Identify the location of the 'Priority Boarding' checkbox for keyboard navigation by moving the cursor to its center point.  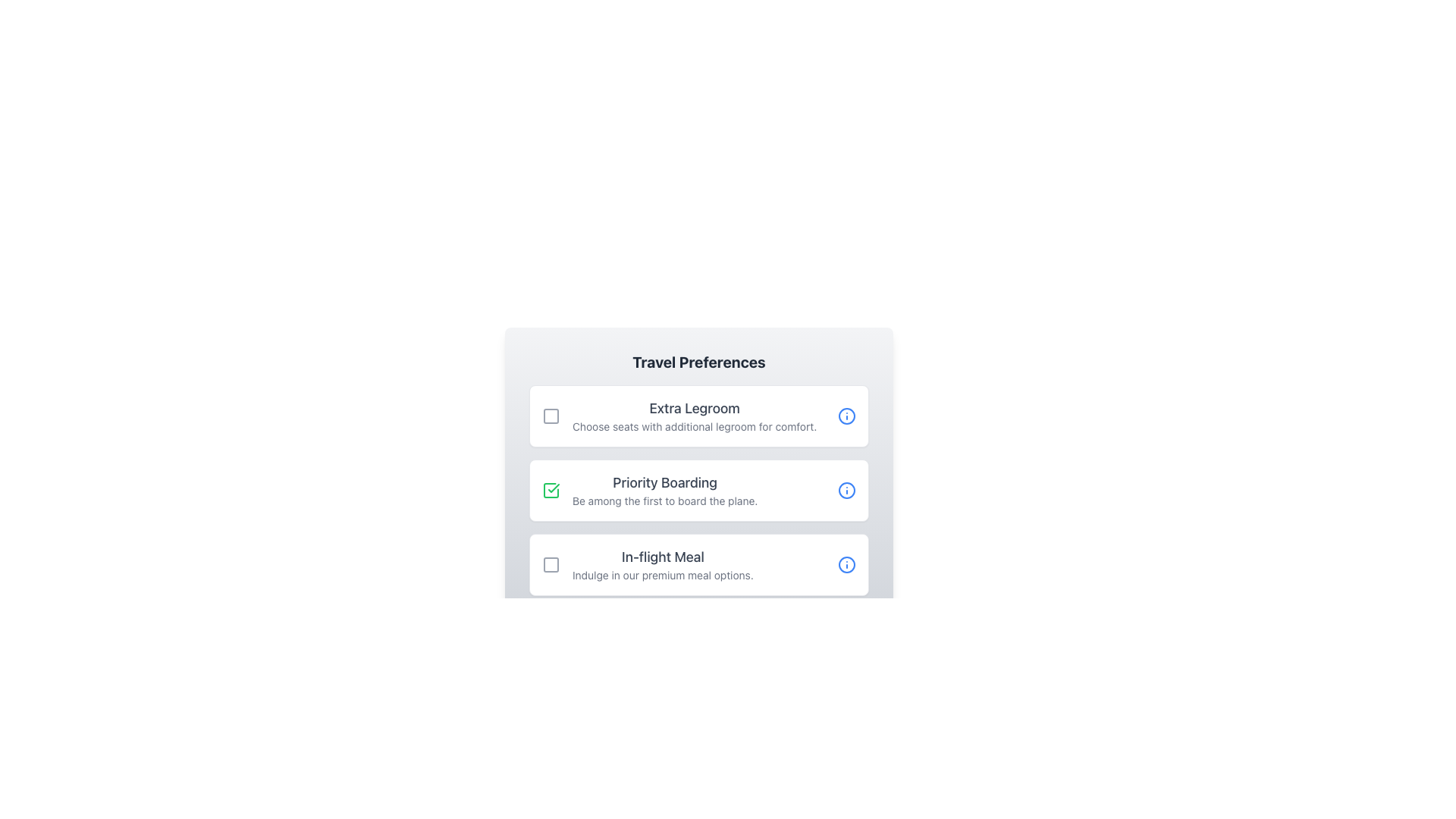
(550, 491).